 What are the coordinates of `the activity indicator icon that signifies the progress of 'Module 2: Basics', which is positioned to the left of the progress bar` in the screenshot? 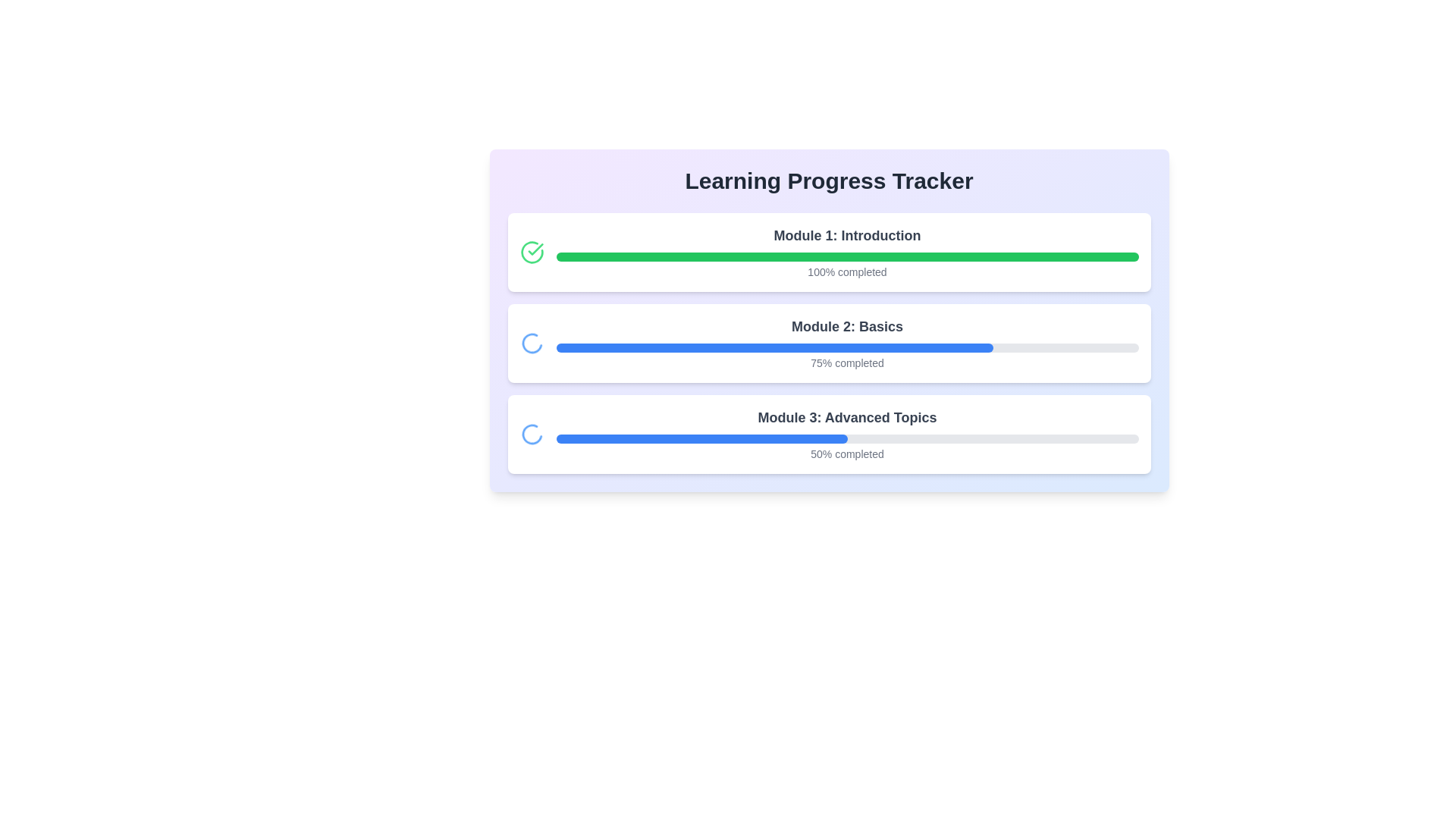 It's located at (532, 343).